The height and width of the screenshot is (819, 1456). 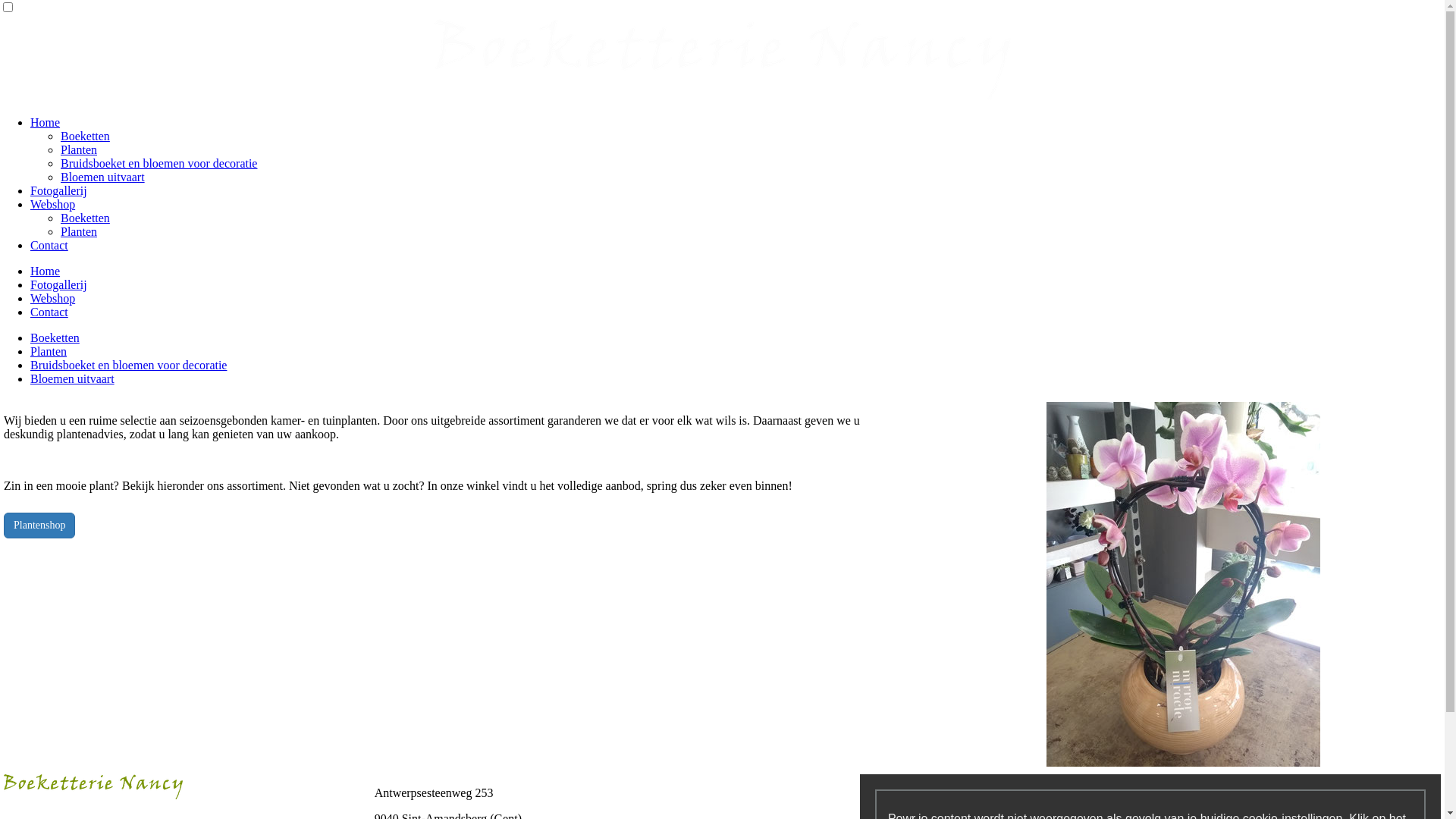 What do you see at coordinates (30, 270) in the screenshot?
I see `'Home'` at bounding box center [30, 270].